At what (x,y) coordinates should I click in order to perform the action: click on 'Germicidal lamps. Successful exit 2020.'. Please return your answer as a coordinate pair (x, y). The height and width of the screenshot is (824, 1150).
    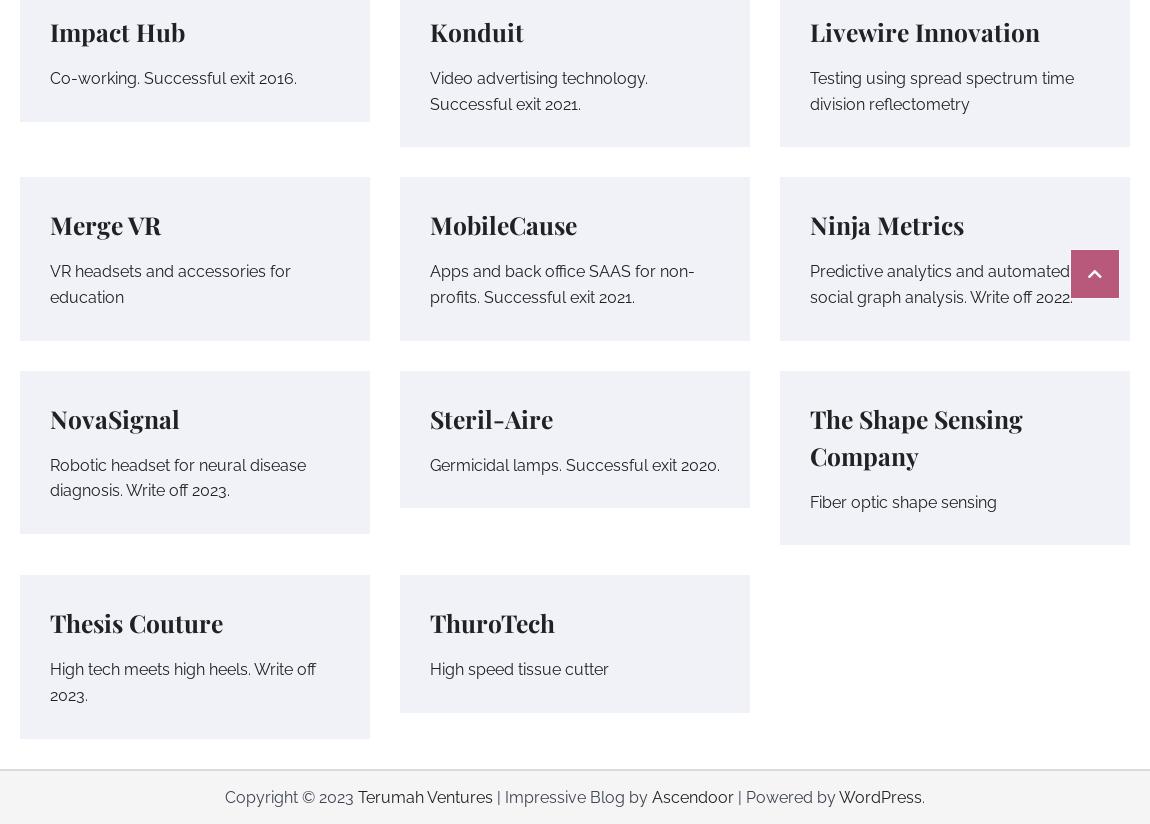
    Looking at the image, I should click on (575, 464).